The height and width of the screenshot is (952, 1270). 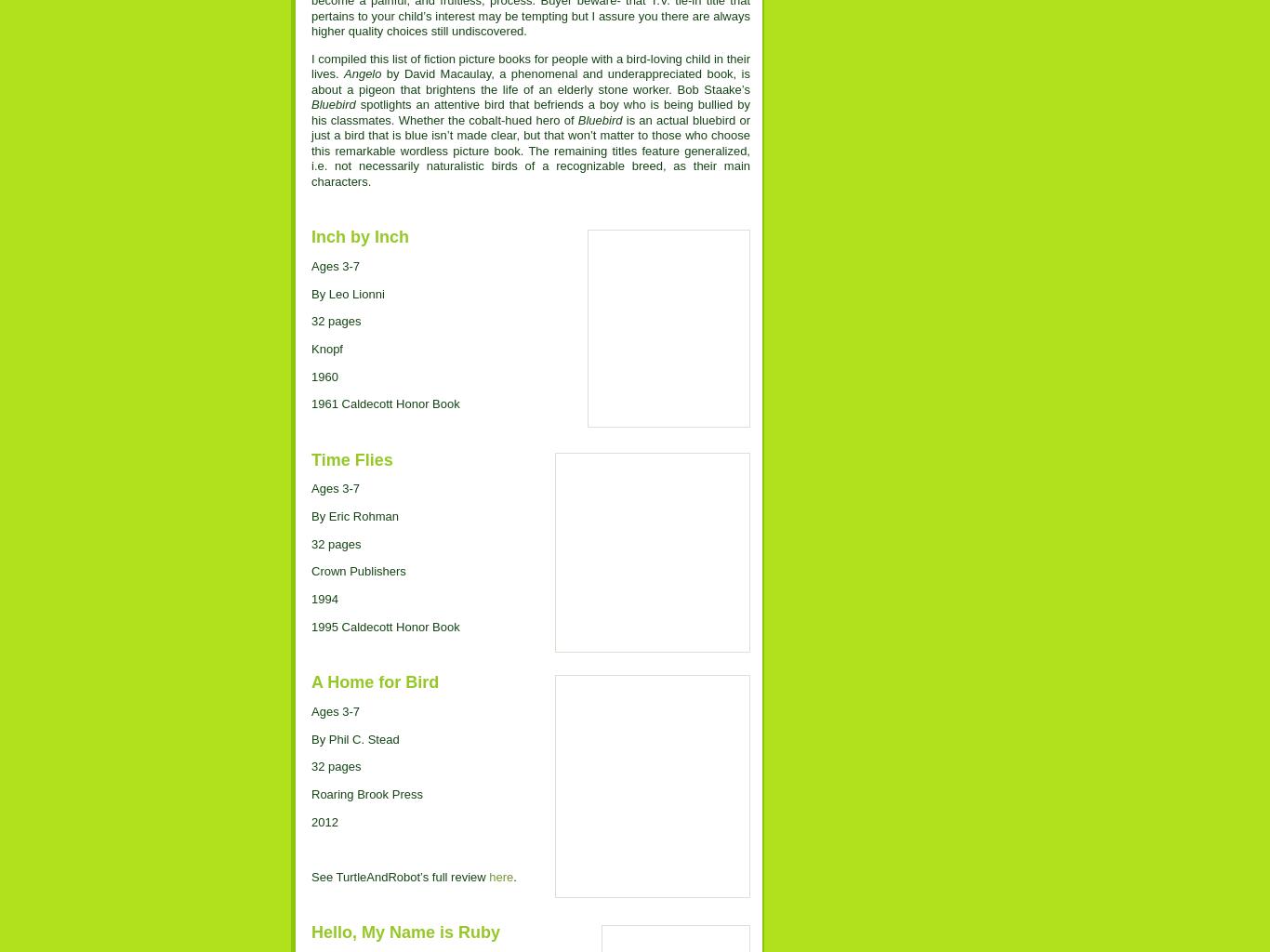 I want to click on 'By Leo Lionni', so click(x=347, y=292).